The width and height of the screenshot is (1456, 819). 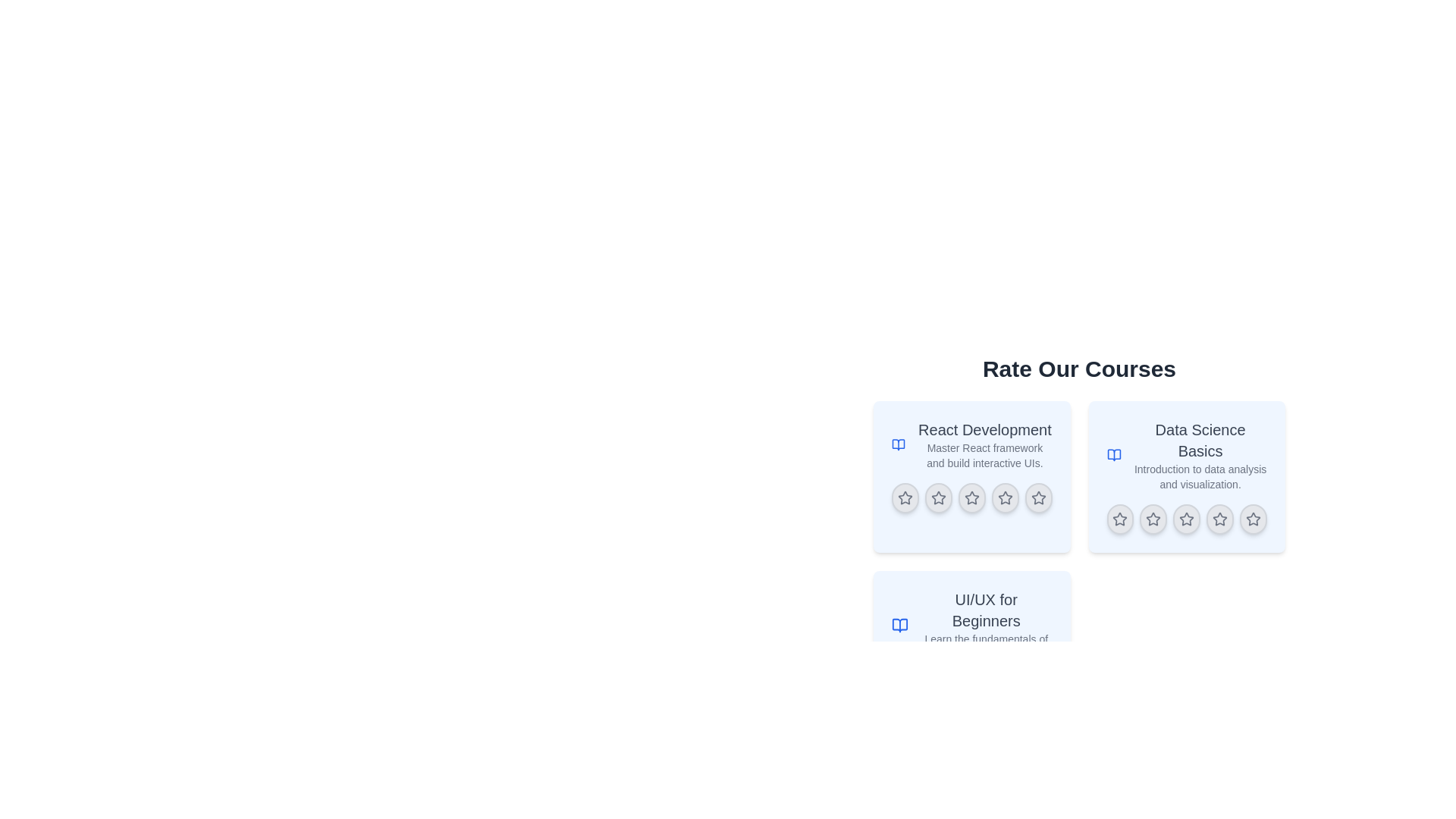 What do you see at coordinates (1037, 497) in the screenshot?
I see `the last star icon in the horizontal group of five stars under the 'React Development' section` at bounding box center [1037, 497].